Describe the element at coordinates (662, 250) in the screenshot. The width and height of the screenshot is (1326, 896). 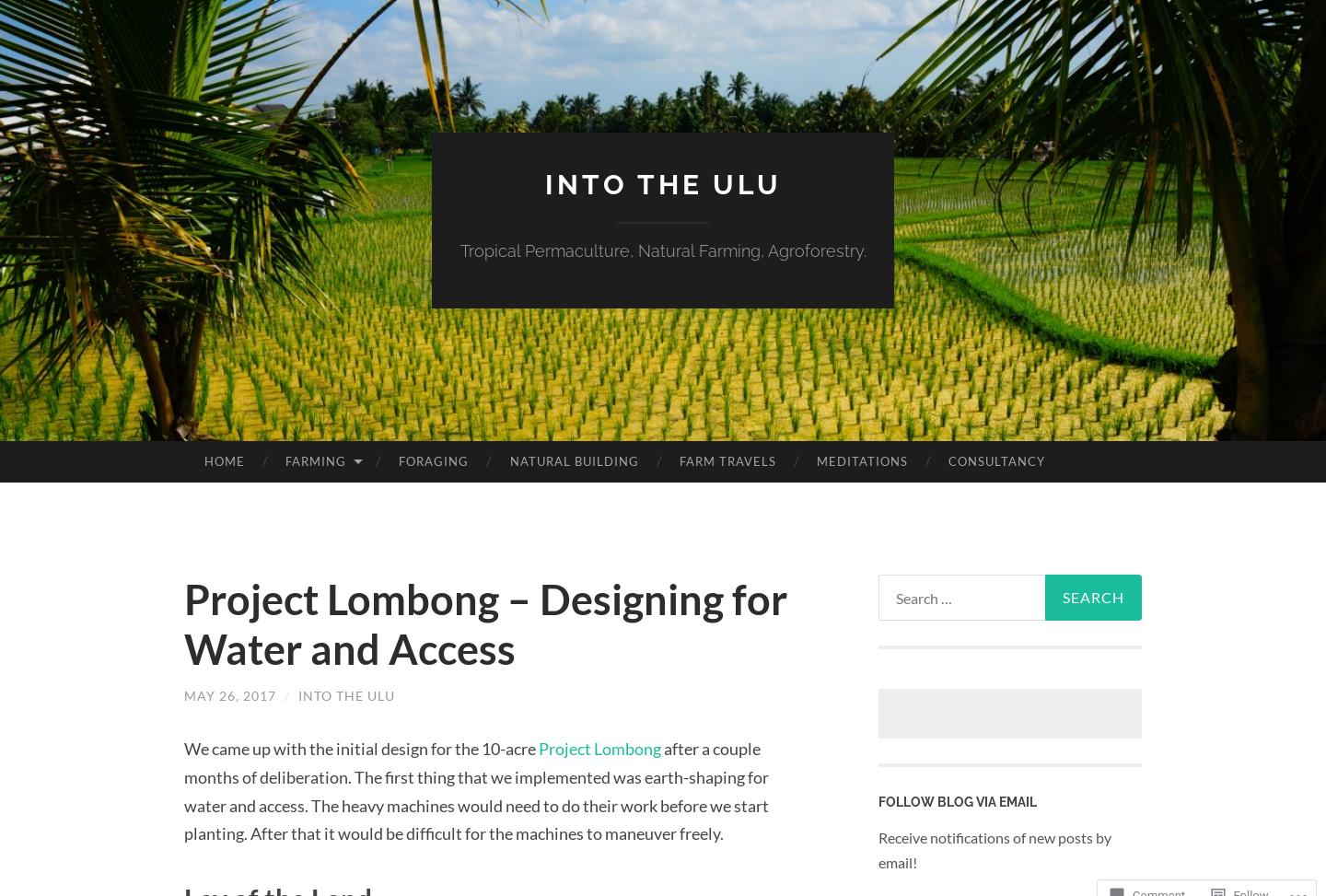
I see `'Tropical Permaculture, Natural Farming, Agroforestry.'` at that location.